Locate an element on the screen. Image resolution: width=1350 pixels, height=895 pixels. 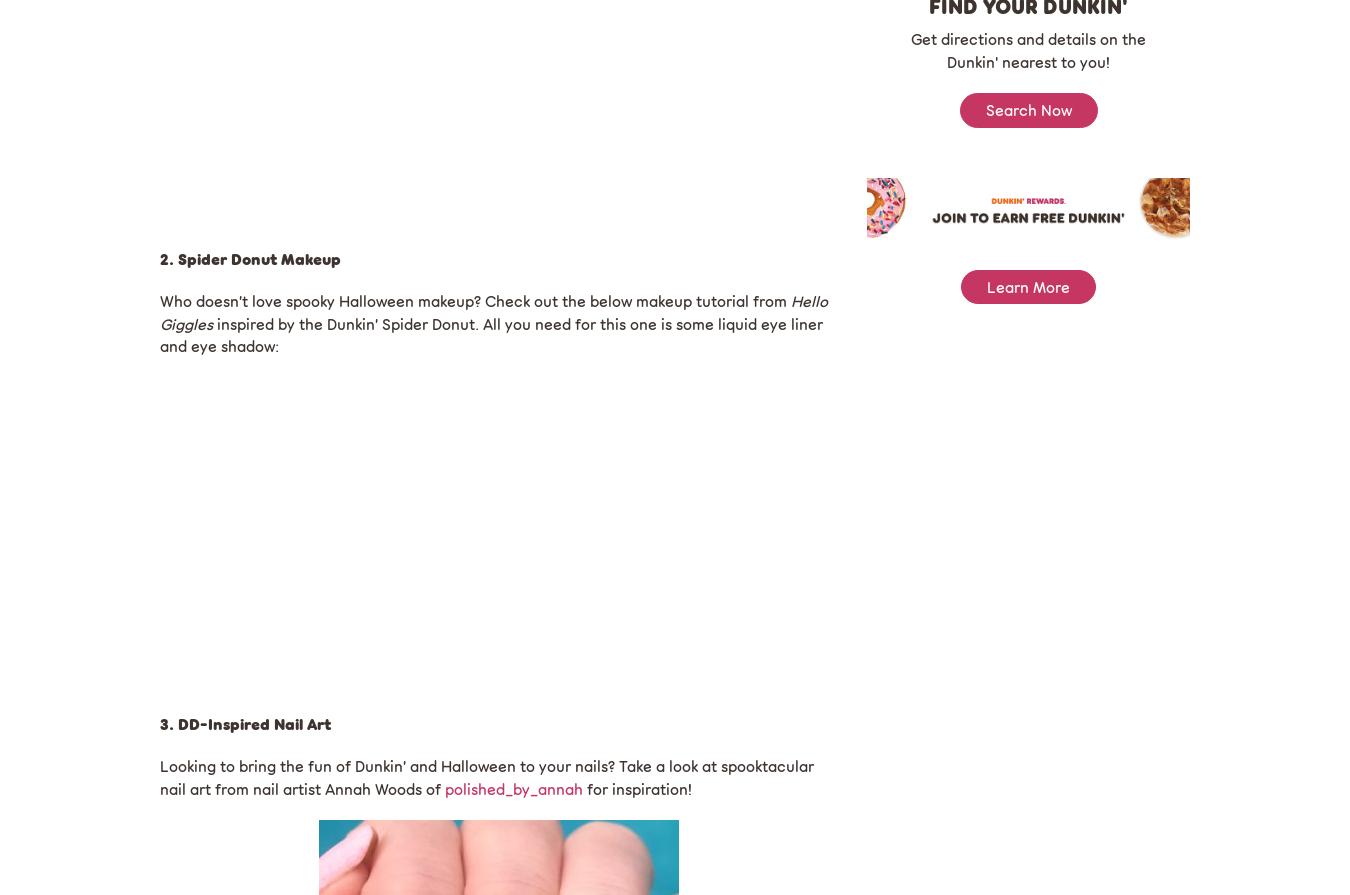
'Get directions and details on the Dunkin' nearest to you!' is located at coordinates (1028, 50).